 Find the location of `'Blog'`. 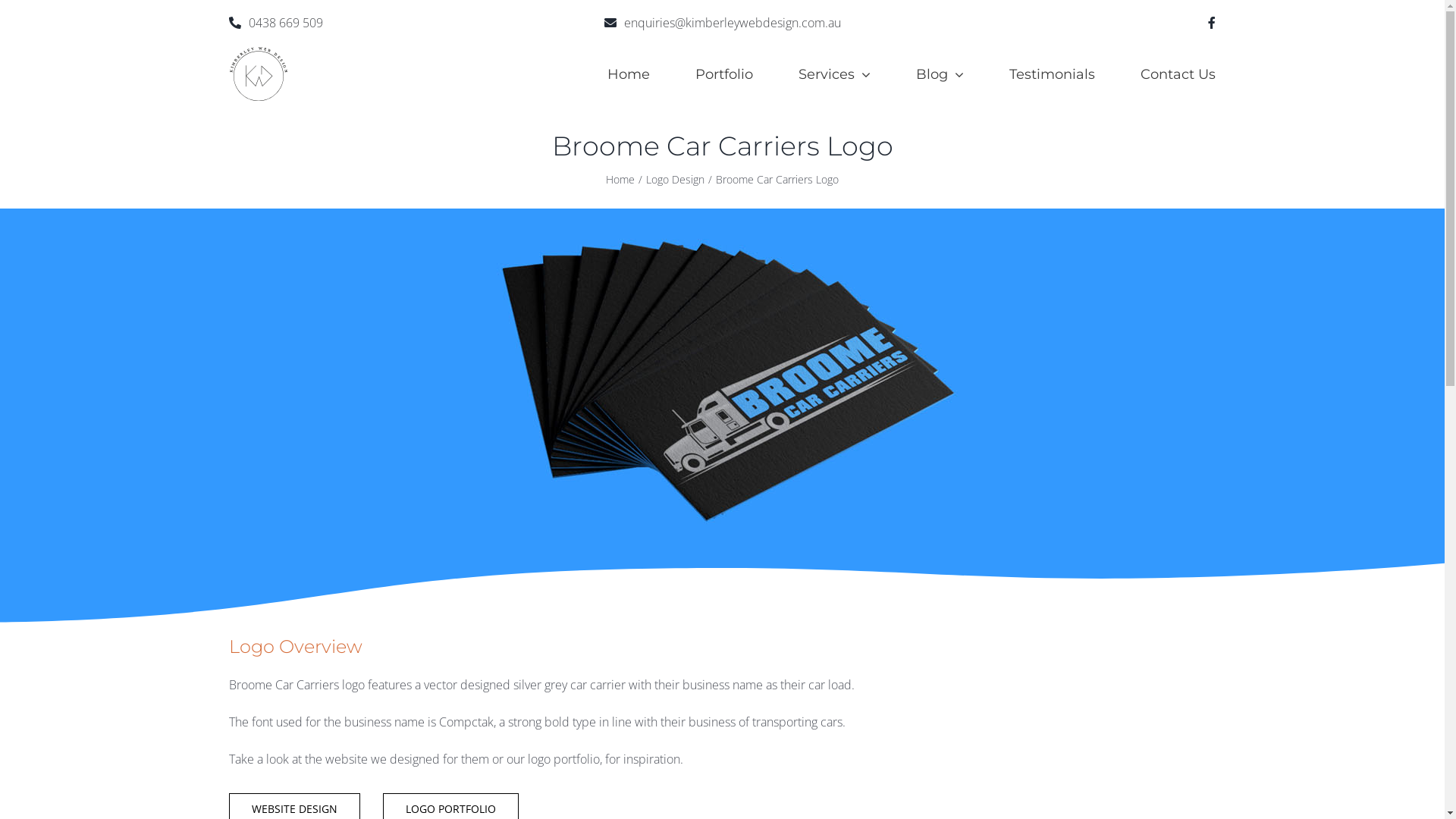

'Blog' is located at coordinates (939, 74).